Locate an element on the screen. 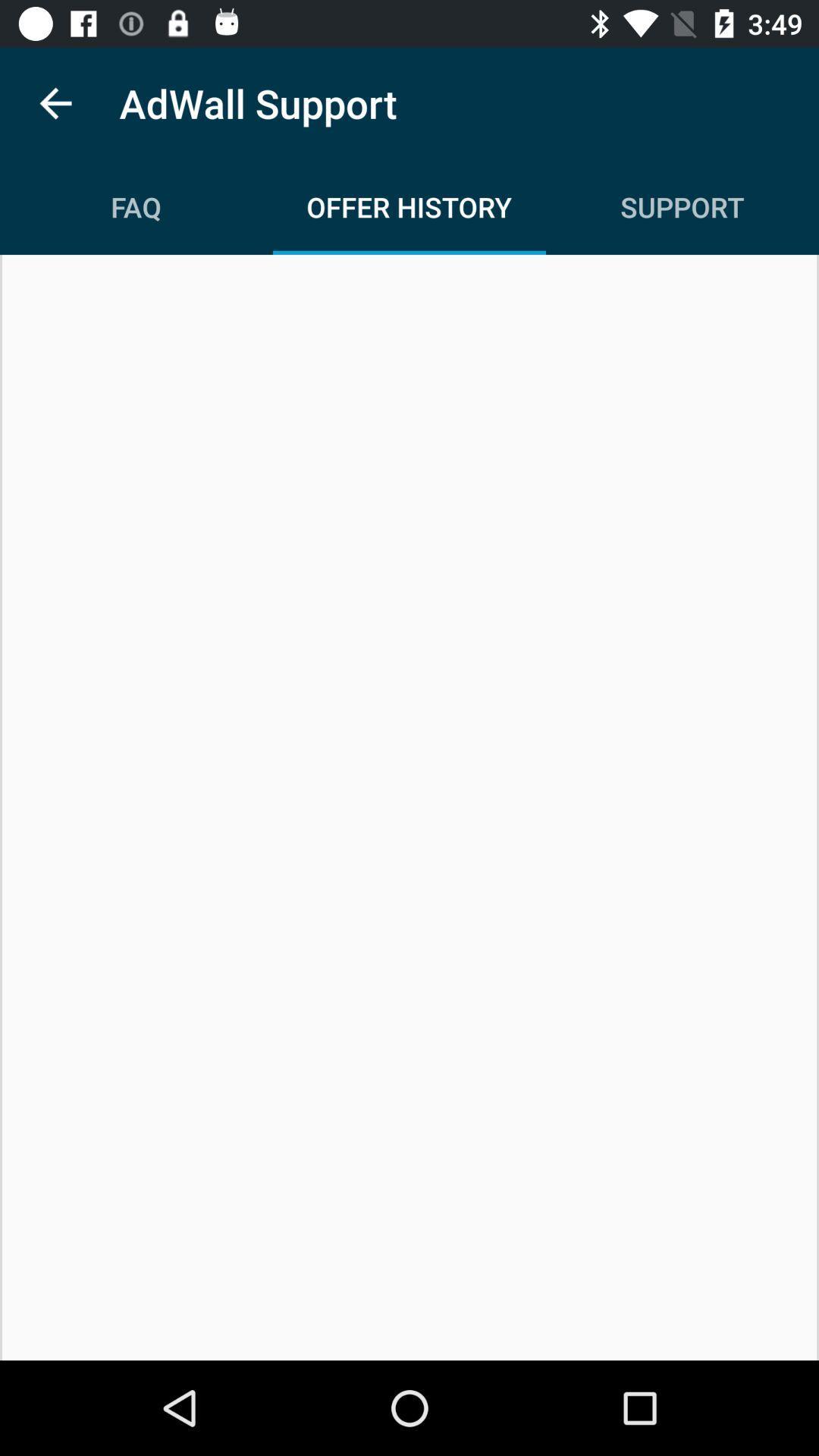  icon next to the adwall support icon is located at coordinates (55, 102).